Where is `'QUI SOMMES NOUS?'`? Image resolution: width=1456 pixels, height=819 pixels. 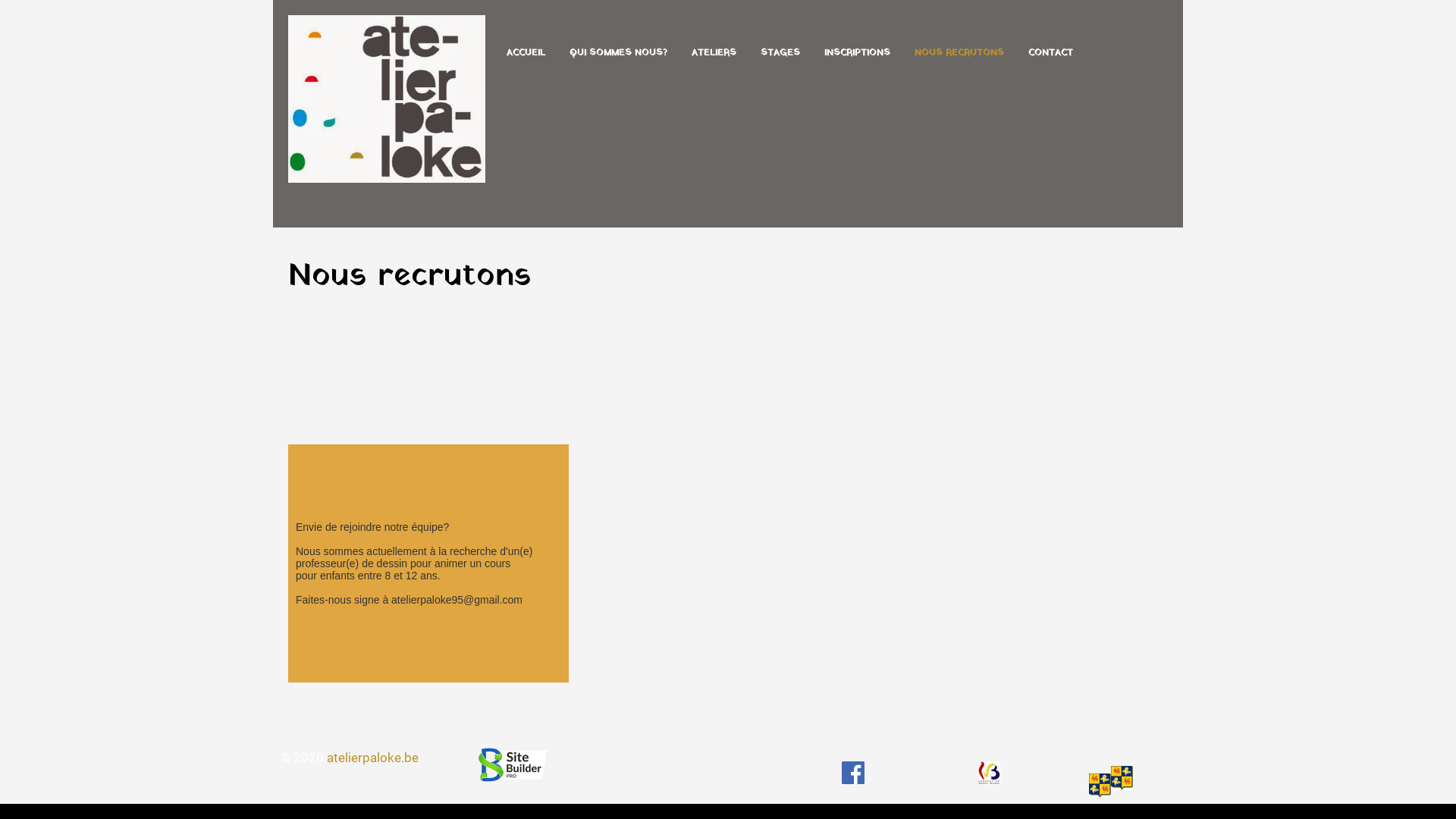 'QUI SOMMES NOUS?' is located at coordinates (618, 54).